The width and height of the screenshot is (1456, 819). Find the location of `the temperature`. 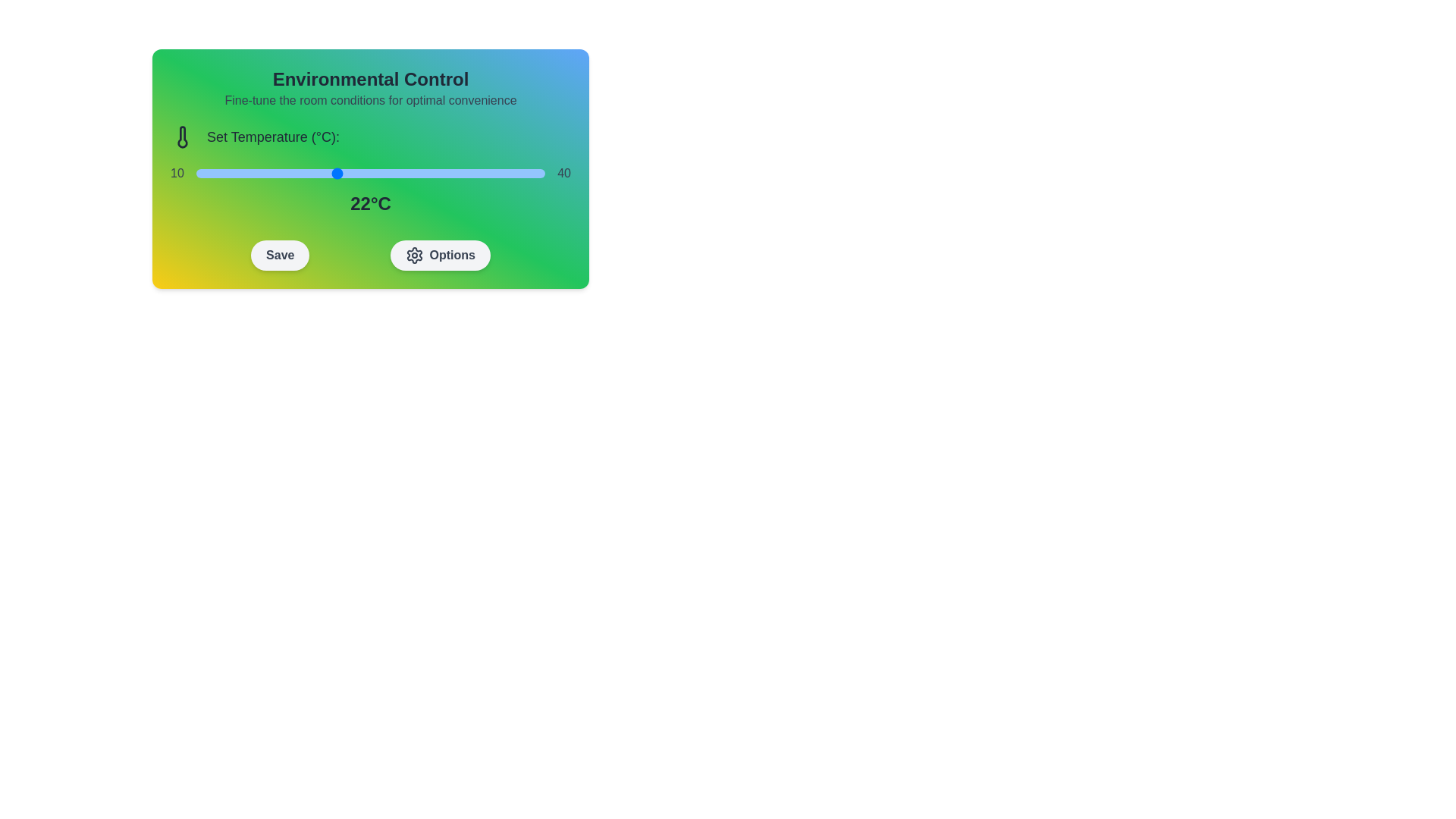

the temperature is located at coordinates (323, 172).